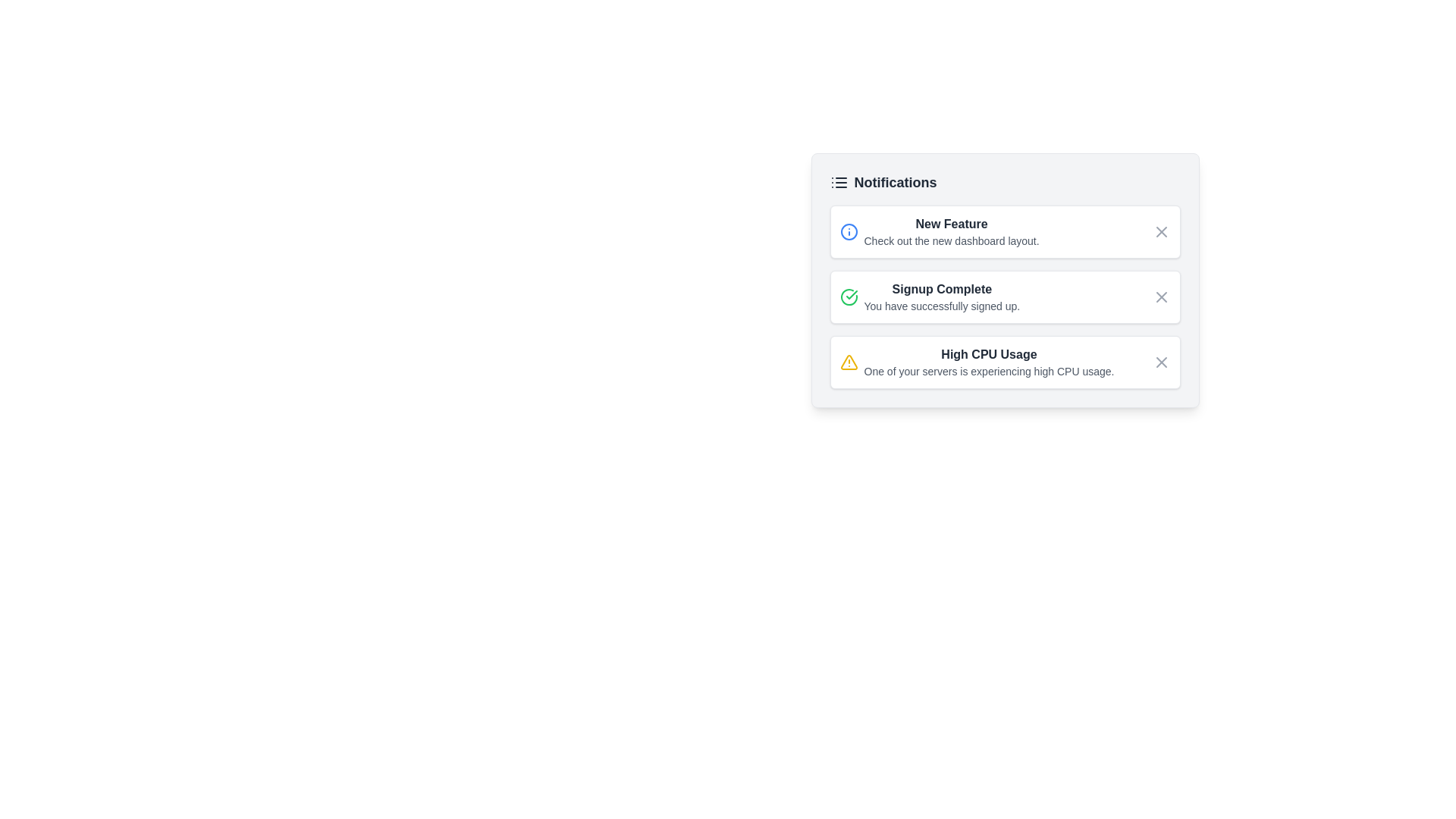 The width and height of the screenshot is (1456, 819). I want to click on the text label displaying 'High CPU Usage' in bold dark gray within the notification card at the top of the card, so click(989, 354).